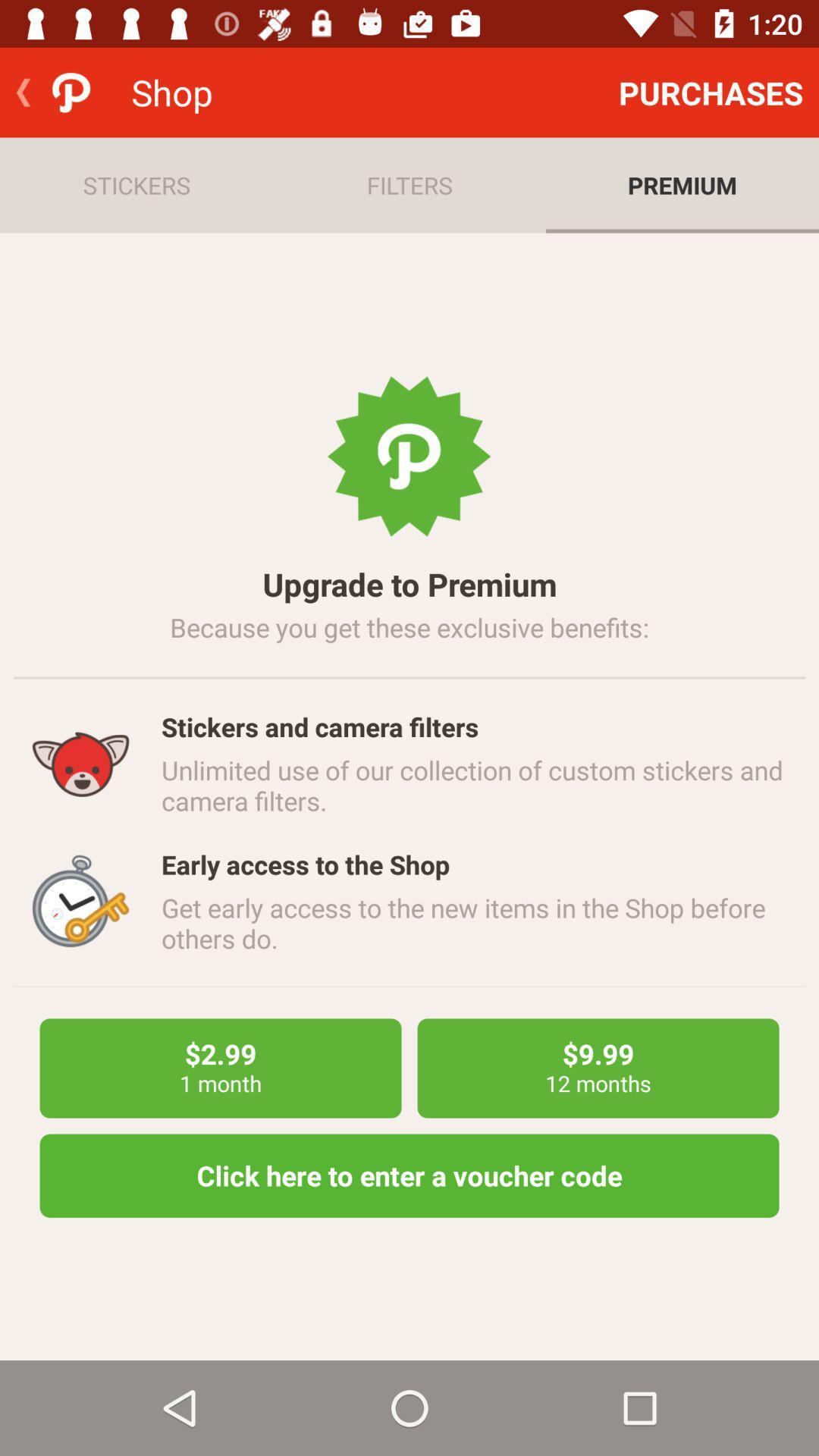 Image resolution: width=819 pixels, height=1456 pixels. What do you see at coordinates (711, 92) in the screenshot?
I see `the app above premium item` at bounding box center [711, 92].